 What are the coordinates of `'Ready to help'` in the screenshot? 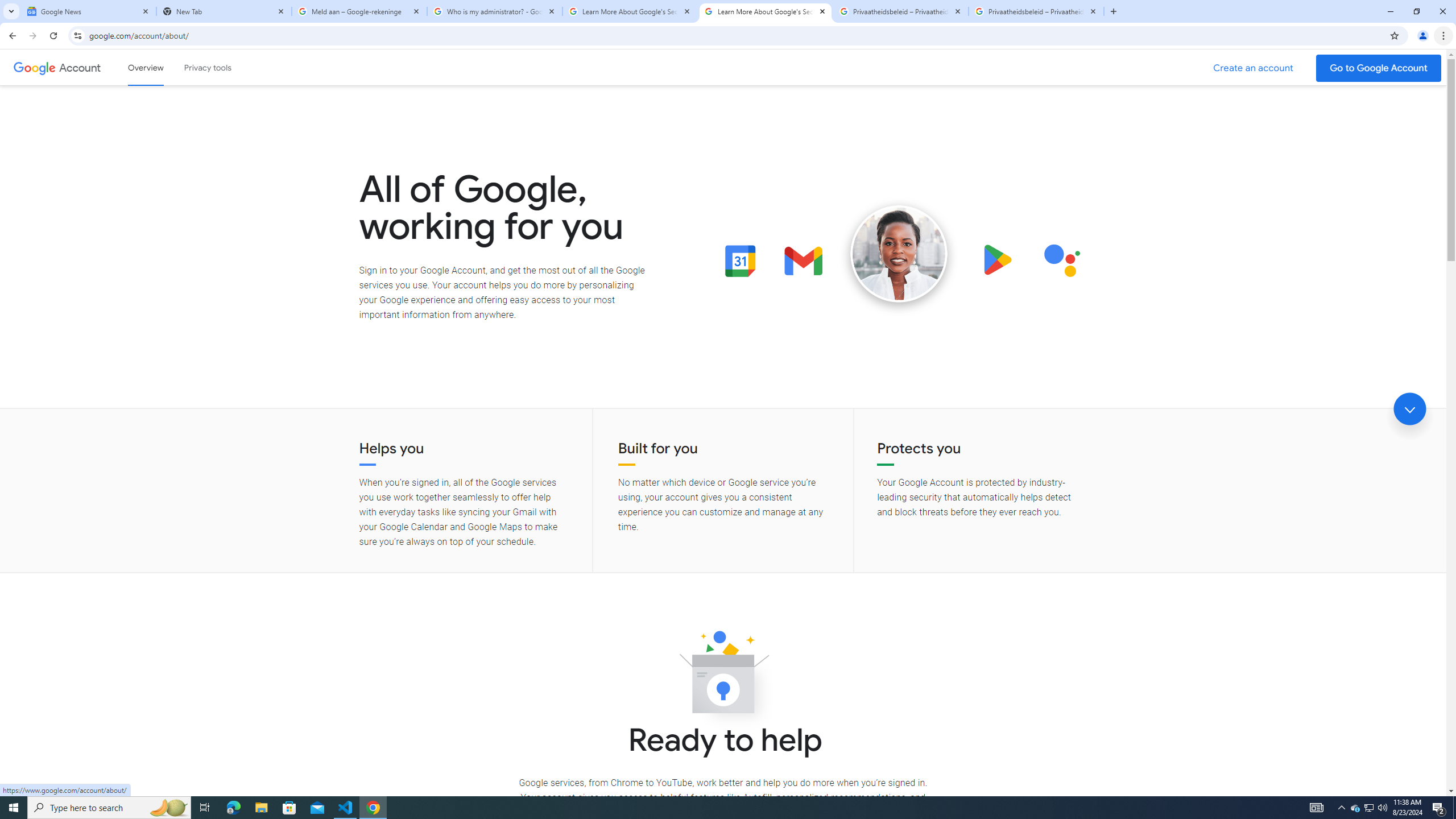 It's located at (723, 675).